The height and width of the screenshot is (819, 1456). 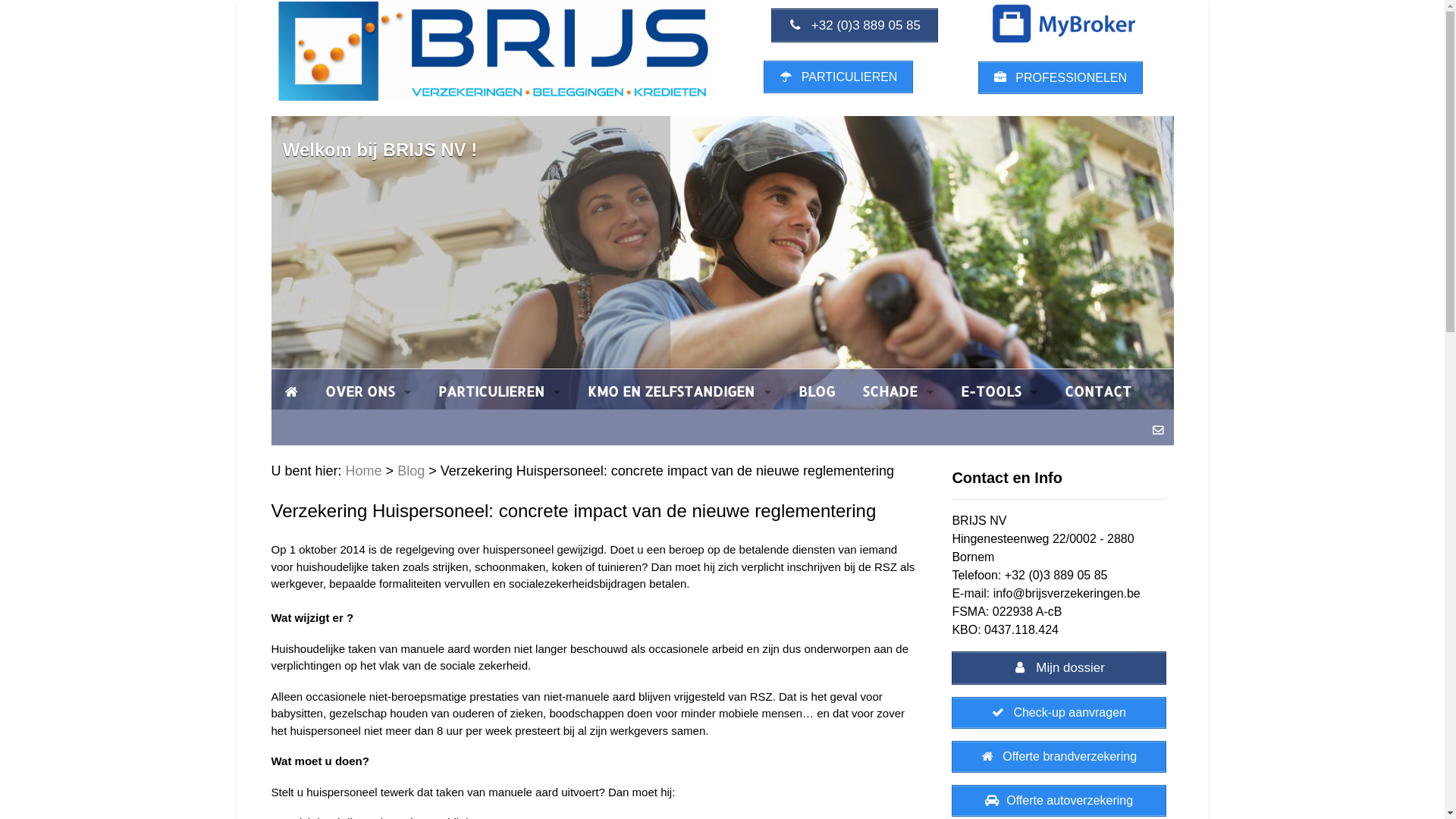 I want to click on 'Blog', so click(x=397, y=470).